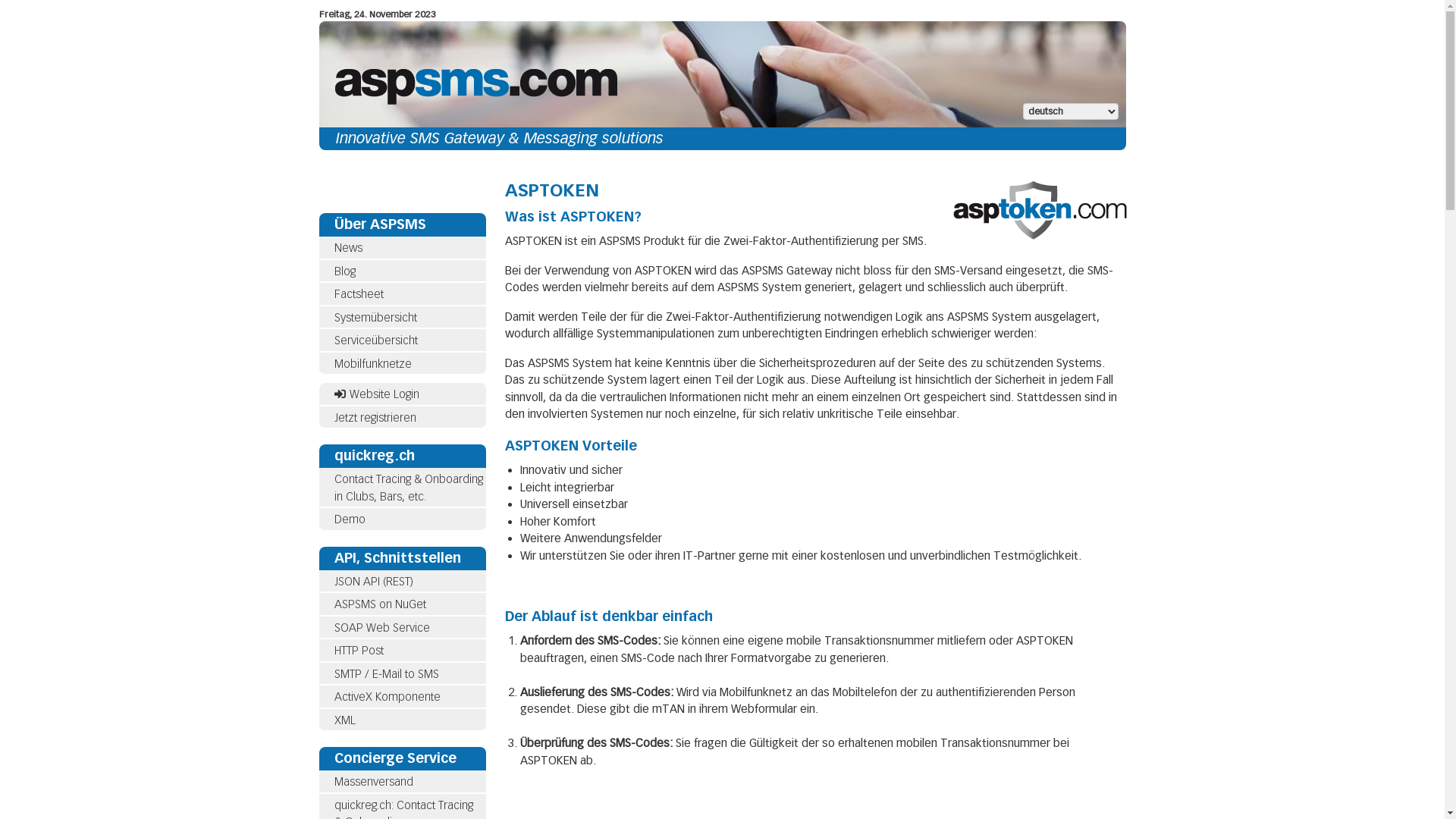 The width and height of the screenshot is (1456, 819). Describe the element at coordinates (401, 650) in the screenshot. I see `'HTTP Post'` at that location.